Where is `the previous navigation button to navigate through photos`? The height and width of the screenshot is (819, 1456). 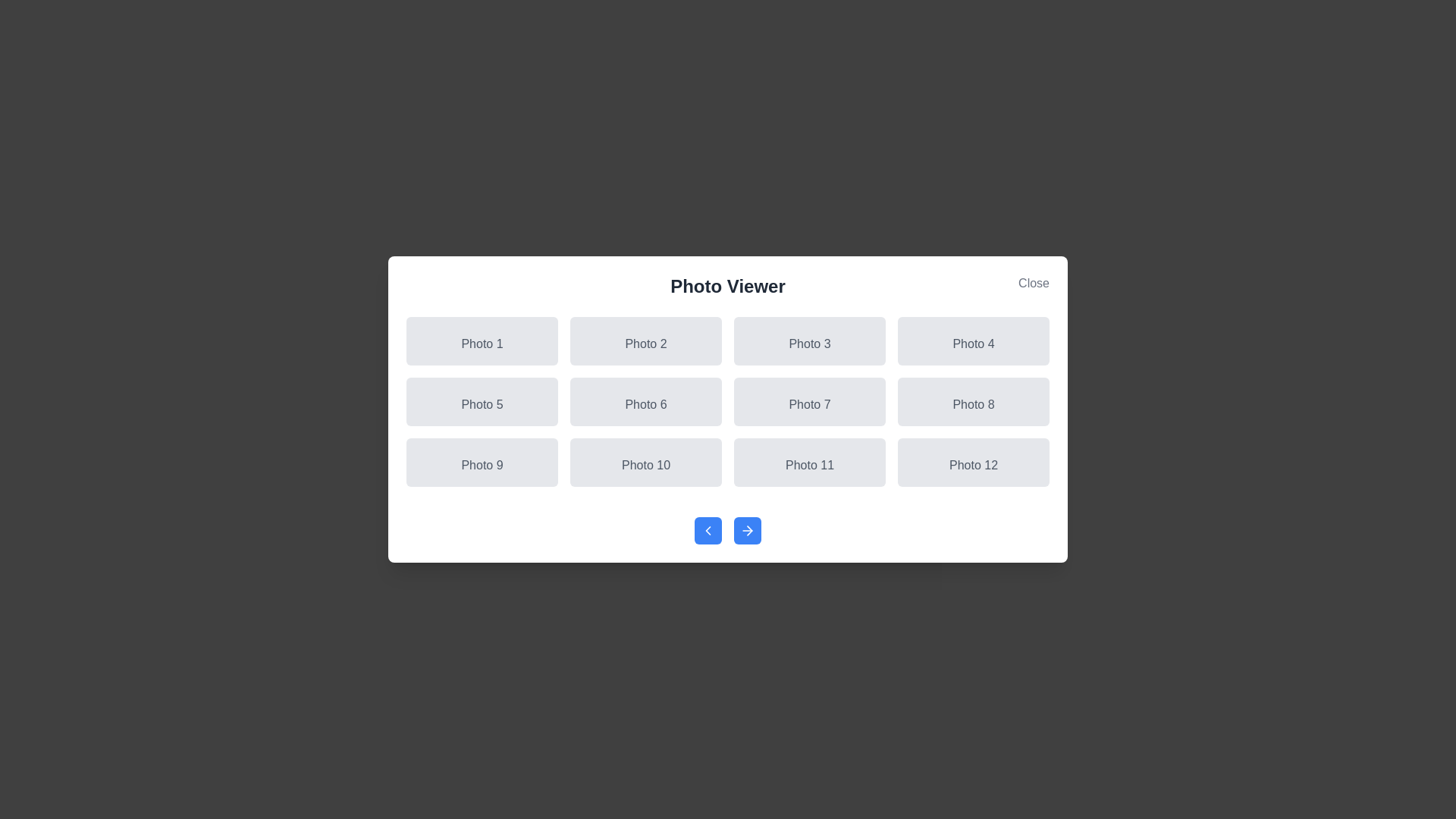 the previous navigation button to navigate through photos is located at coordinates (708, 529).